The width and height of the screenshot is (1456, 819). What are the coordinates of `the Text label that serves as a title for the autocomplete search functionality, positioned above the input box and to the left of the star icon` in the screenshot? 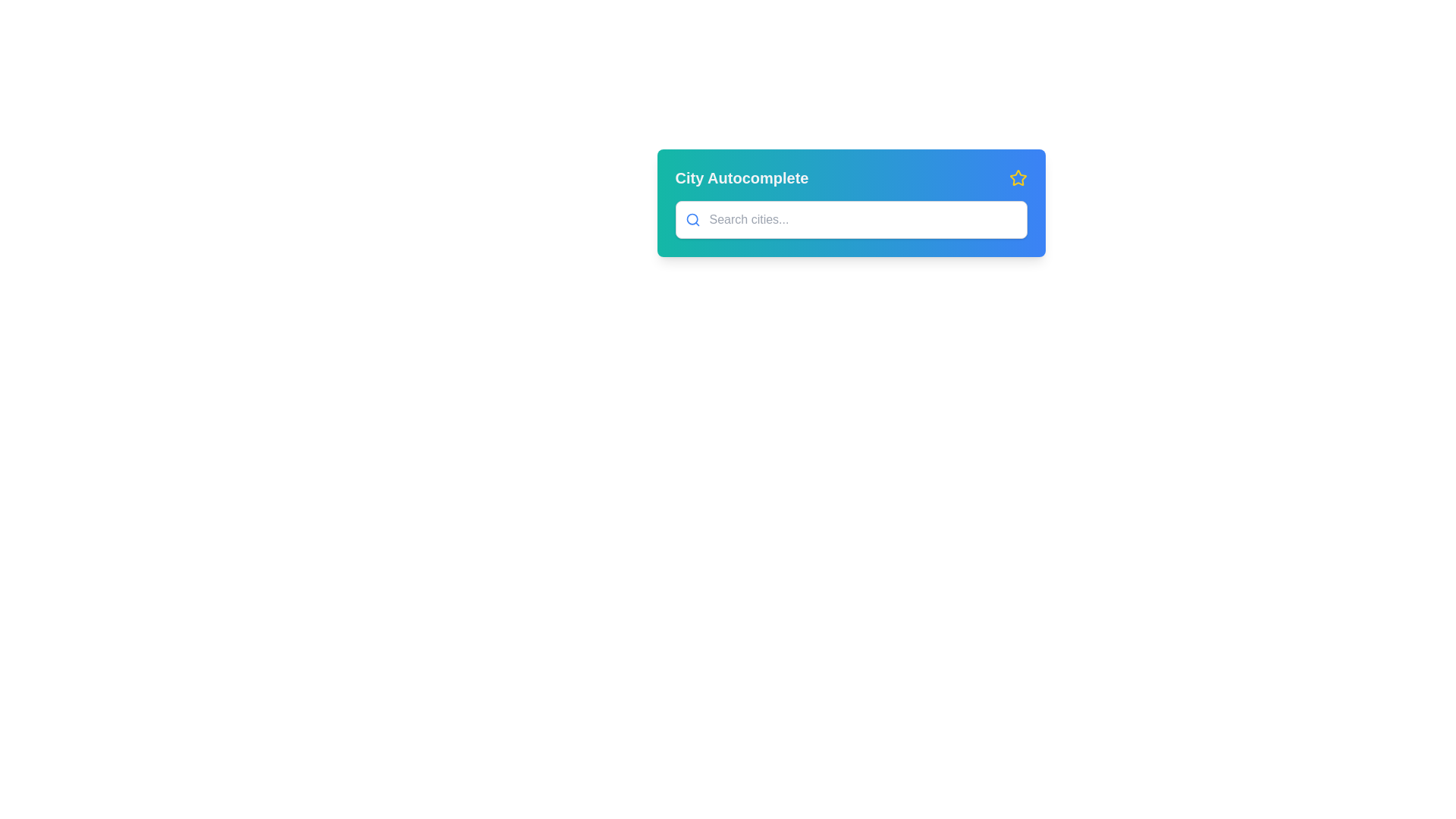 It's located at (742, 177).